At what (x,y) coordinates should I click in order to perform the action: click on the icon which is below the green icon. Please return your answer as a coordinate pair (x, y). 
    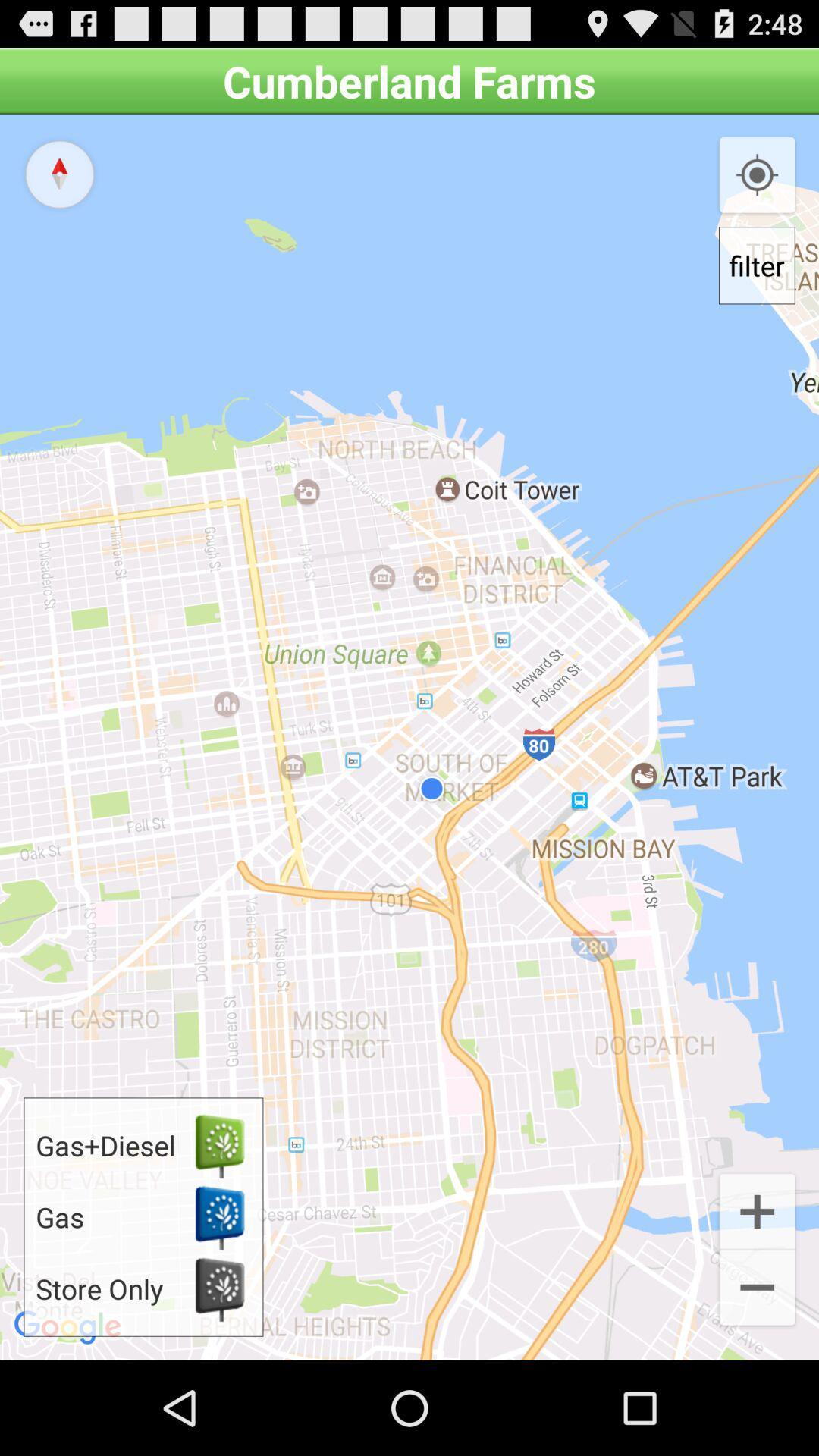
    Looking at the image, I should click on (219, 1216).